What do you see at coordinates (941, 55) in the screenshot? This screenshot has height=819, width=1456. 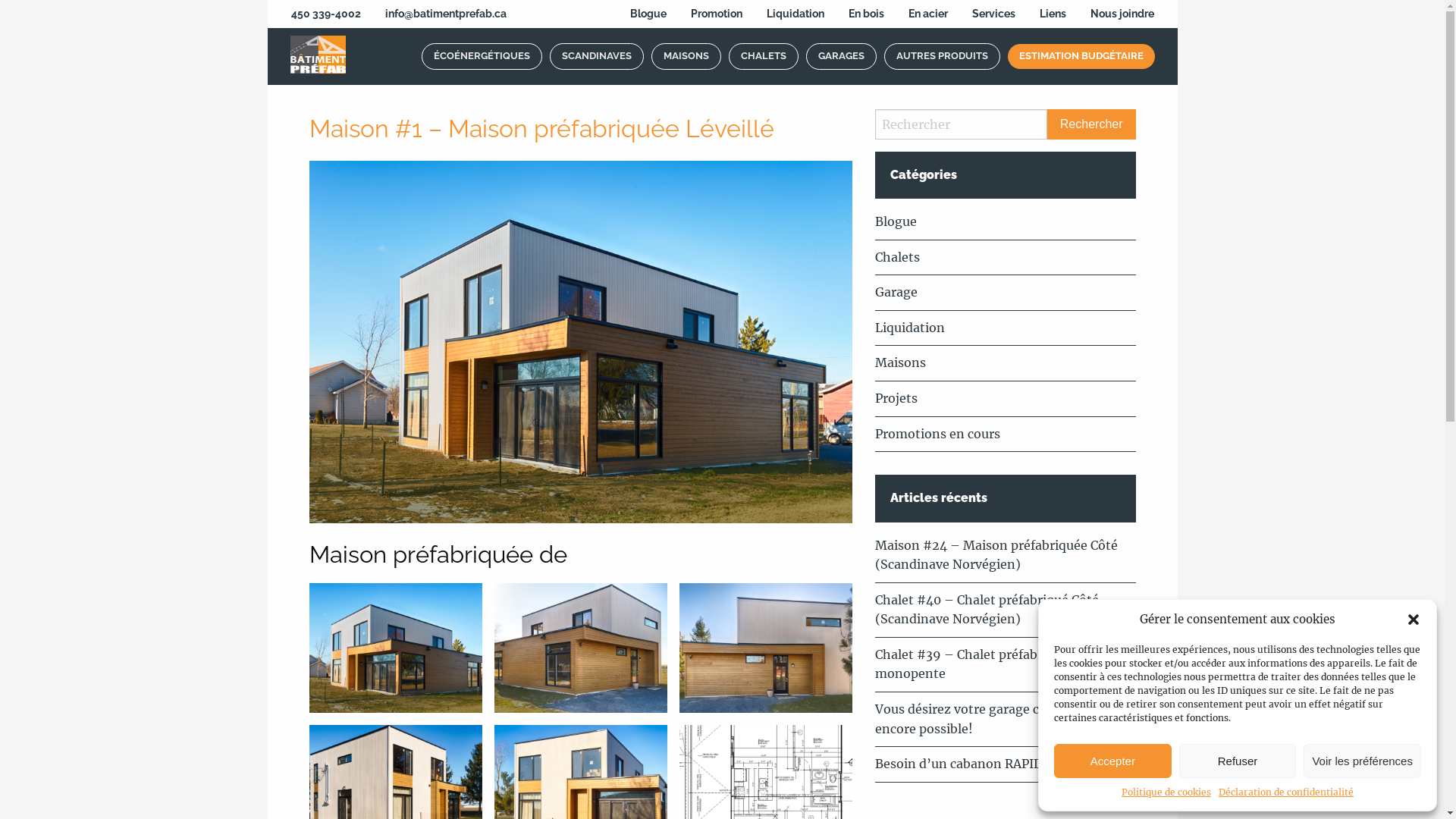 I see `'AUTRES PRODUITS'` at bounding box center [941, 55].